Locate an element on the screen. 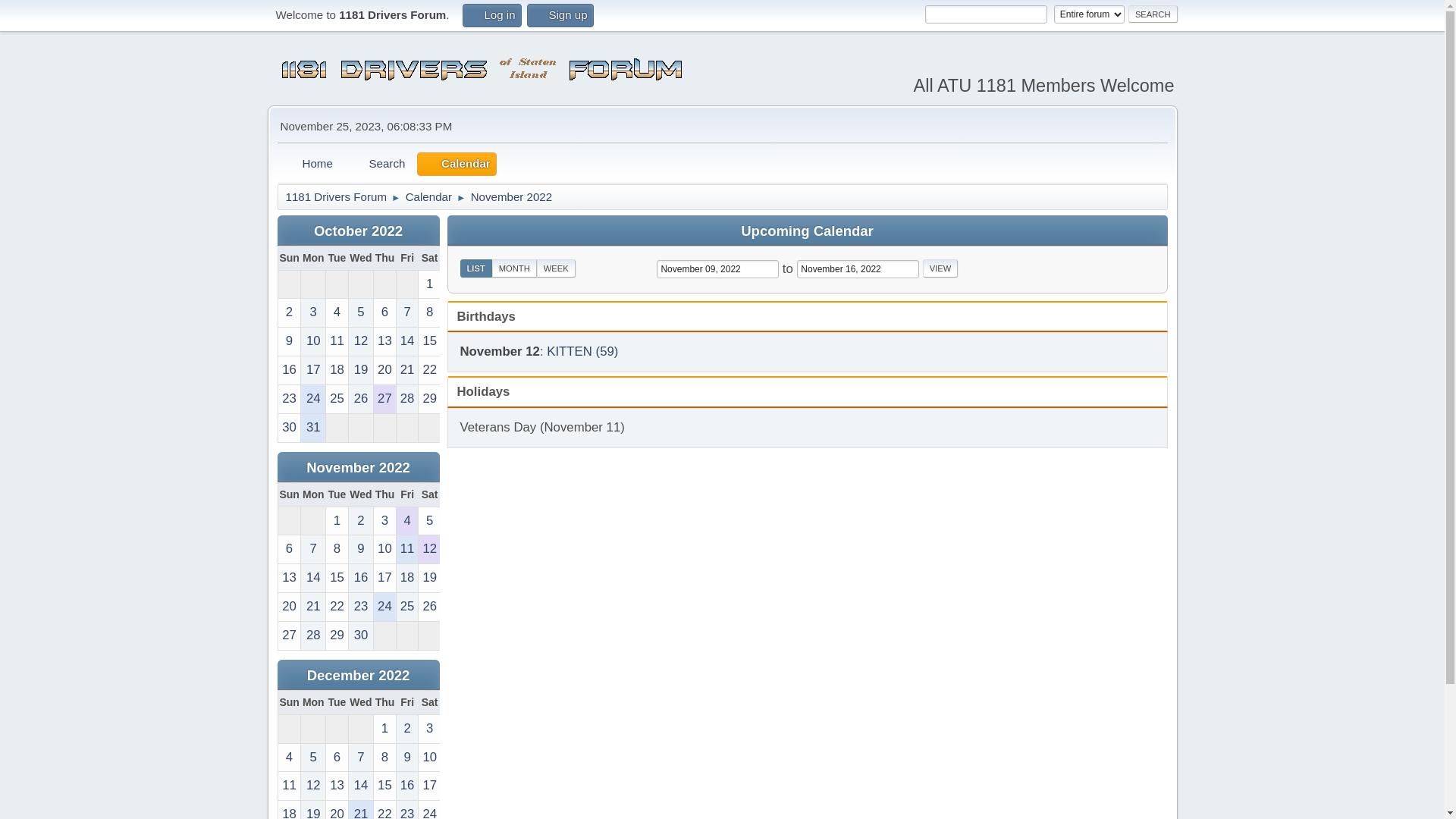  '7' is located at coordinates (397, 312).